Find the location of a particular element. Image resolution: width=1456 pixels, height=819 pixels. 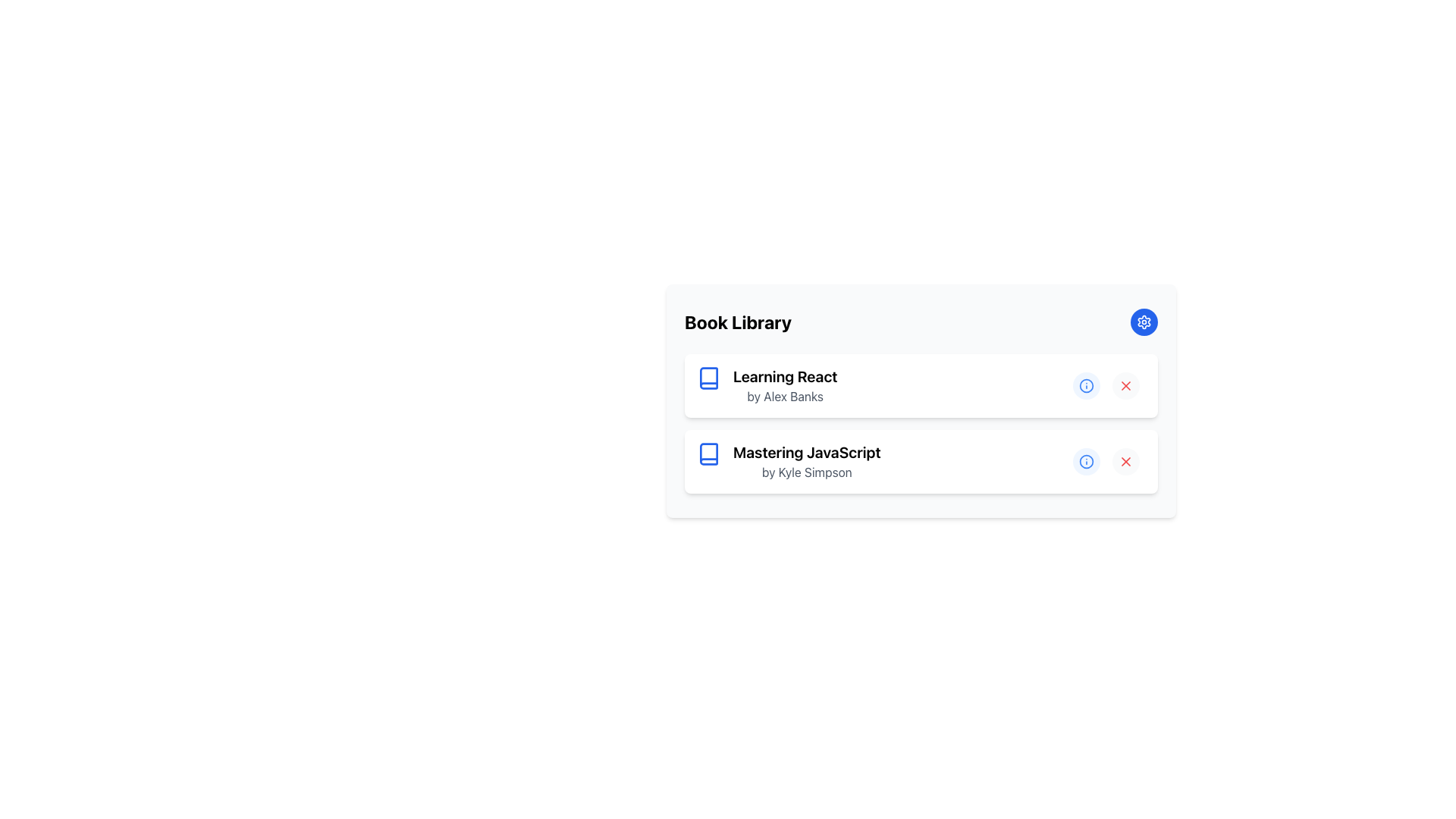

the text label displaying the author's name for the book 'Mastering JavaScript', which is located below the book title in the second book listing is located at coordinates (806, 472).